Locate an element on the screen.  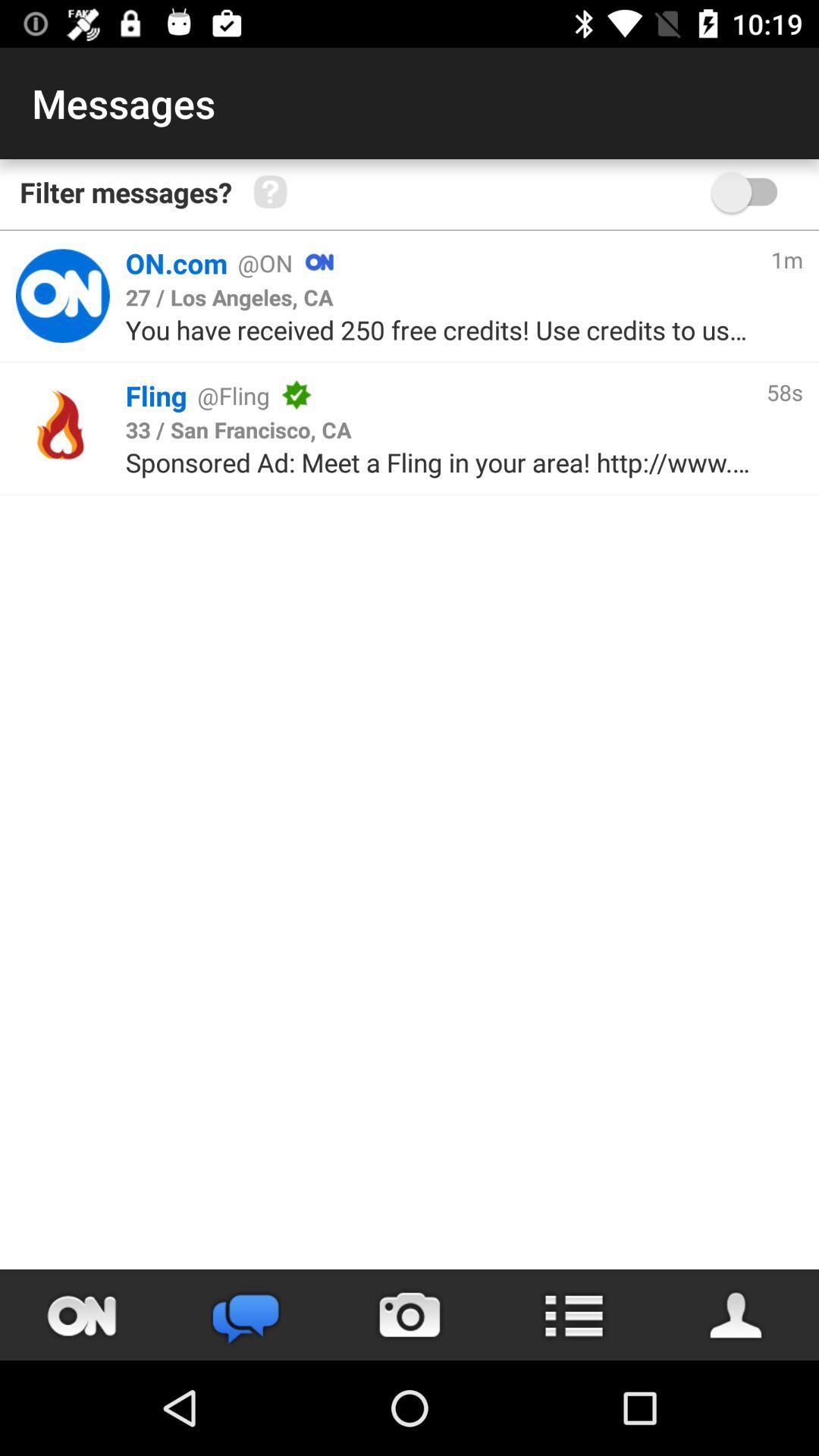
open photo is located at coordinates (409, 1314).